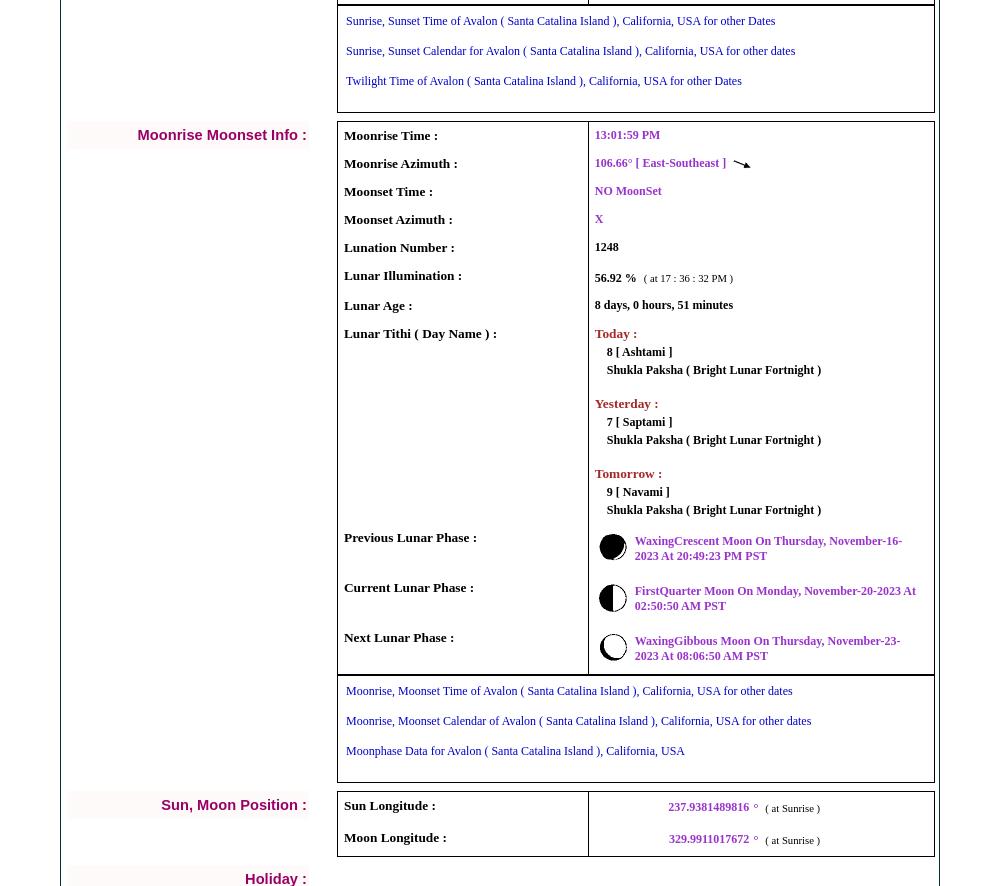  Describe the element at coordinates (344, 689) in the screenshot. I see `'Moonrise, Moonset Time of Avalon ( Santa Catalina Island ), California, USA for other dates'` at that location.